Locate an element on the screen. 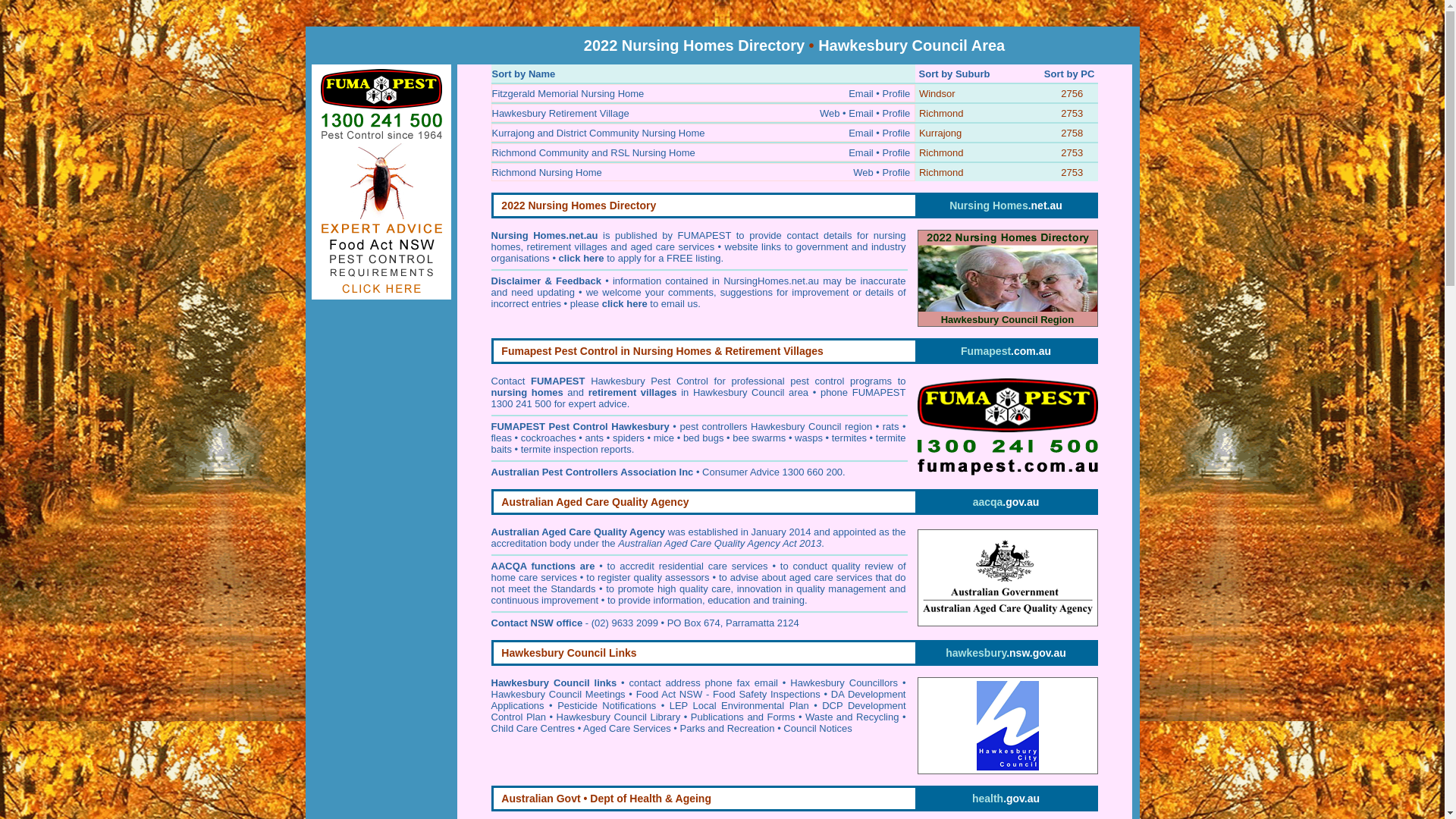 This screenshot has width=1456, height=819. 'FUMAPEST' is located at coordinates (557, 380).